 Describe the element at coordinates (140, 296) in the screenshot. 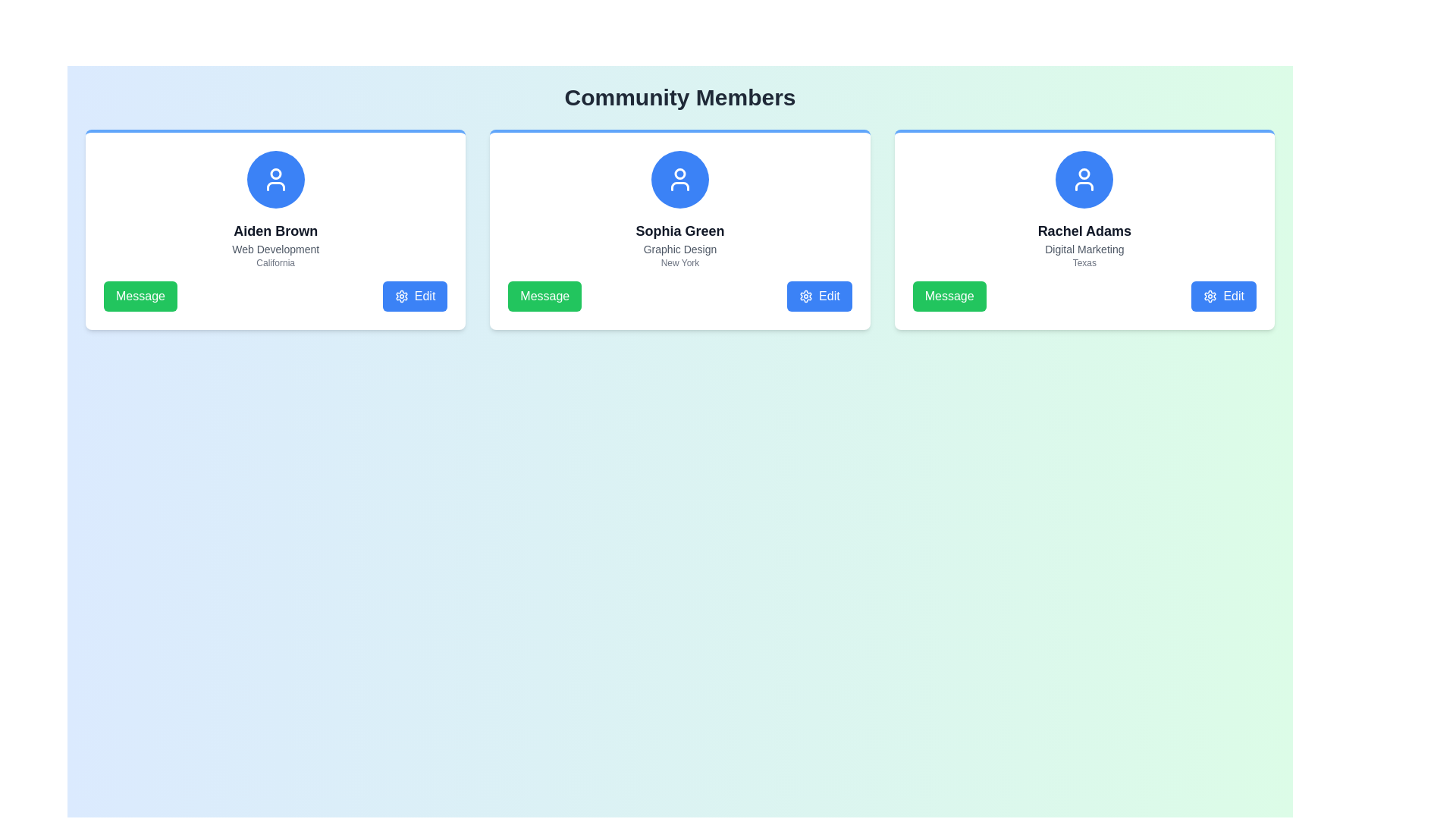

I see `the green button labeled 'Message' located at the bottom left of Aiden Brown's card in the Community Members section to activate its hover effect` at that location.